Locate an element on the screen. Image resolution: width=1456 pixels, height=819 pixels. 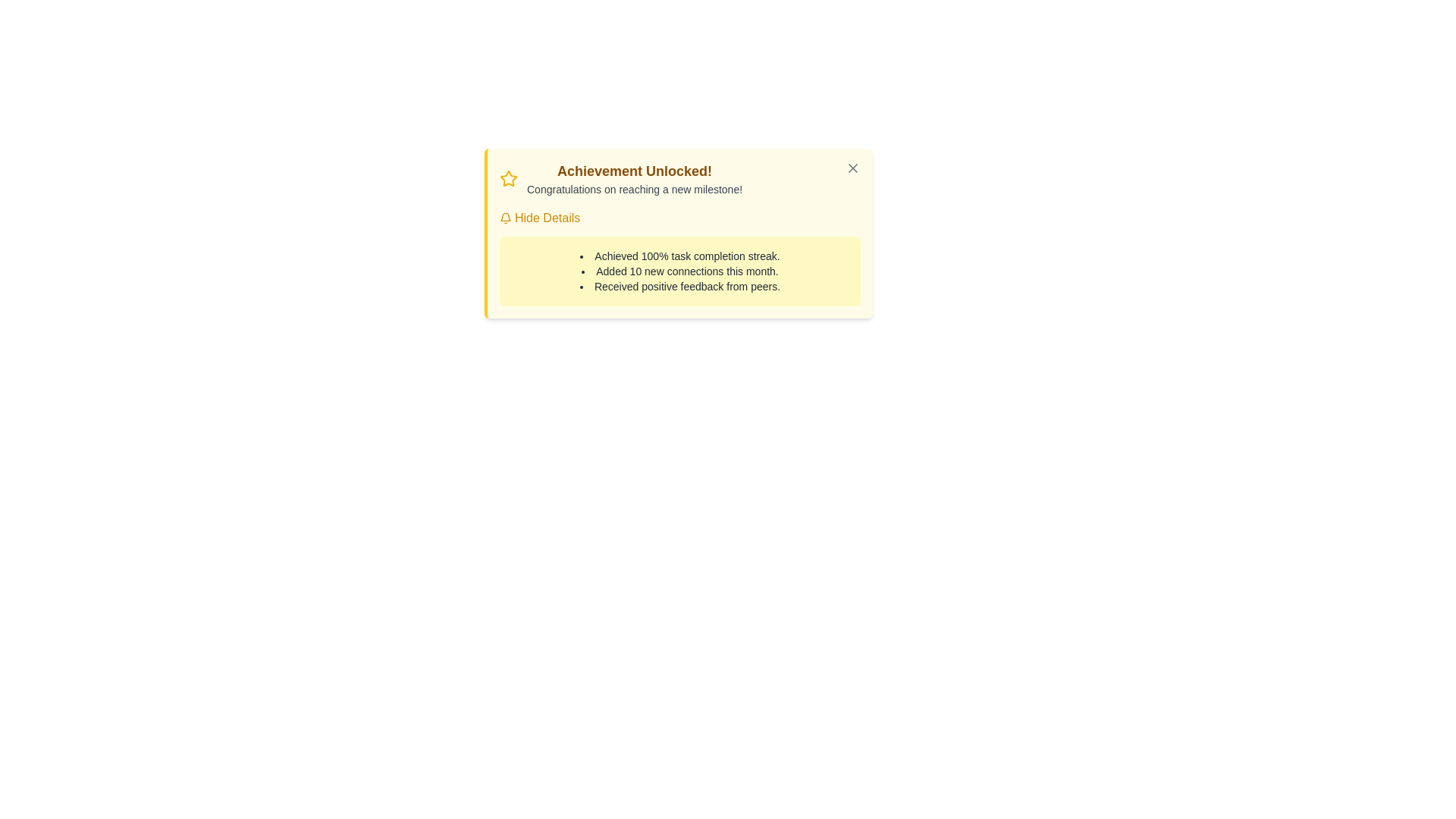
the bell icon that indicates alerts or updates, located to the left of the 'Hide Details' text in the notification card is located at coordinates (506, 218).